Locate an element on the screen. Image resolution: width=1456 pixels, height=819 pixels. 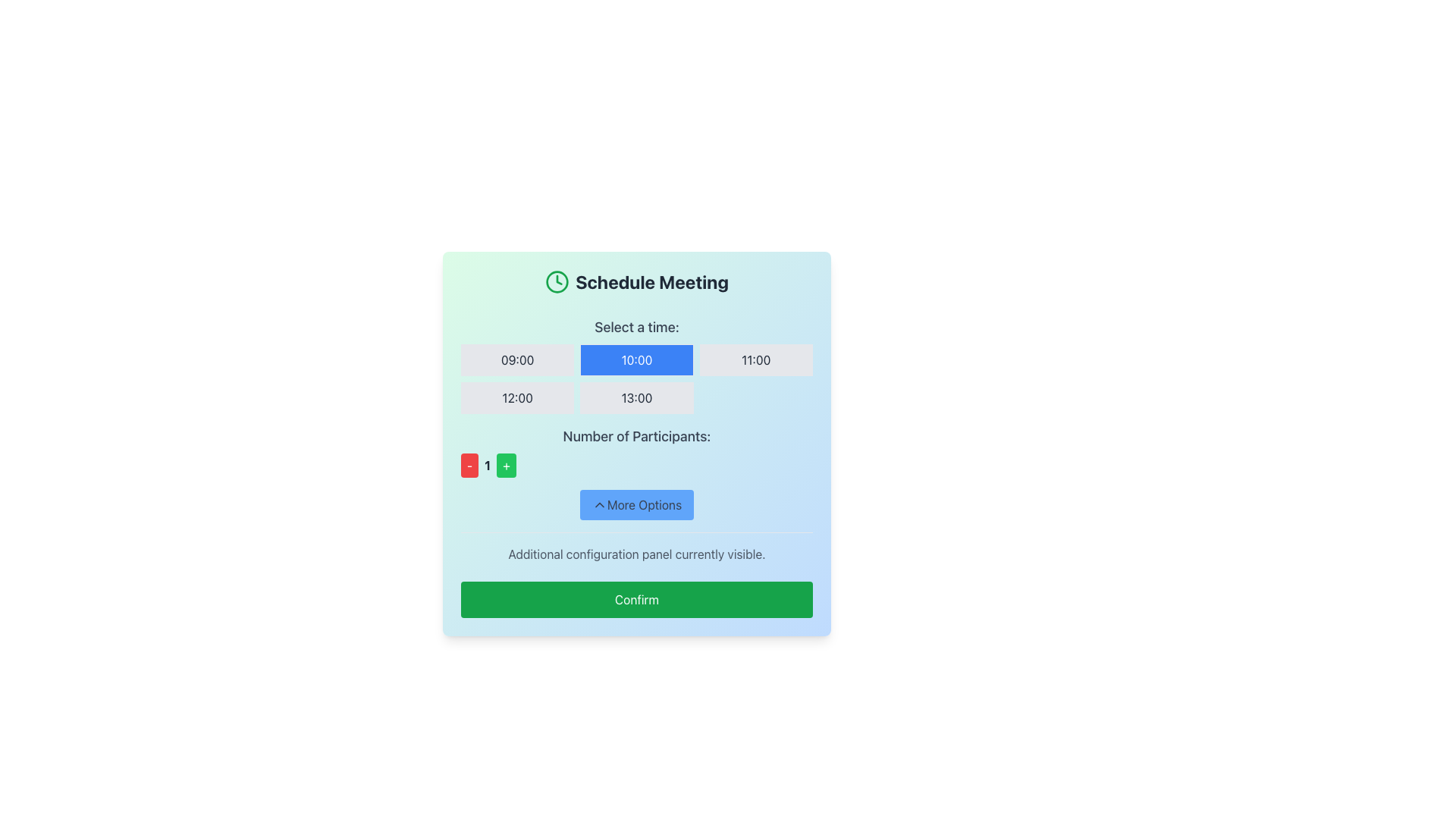
the static text label that displays a message or status update to the user, located above the 'Confirm' button and below the 'More Options' button in the centered dialog interface is located at coordinates (637, 548).